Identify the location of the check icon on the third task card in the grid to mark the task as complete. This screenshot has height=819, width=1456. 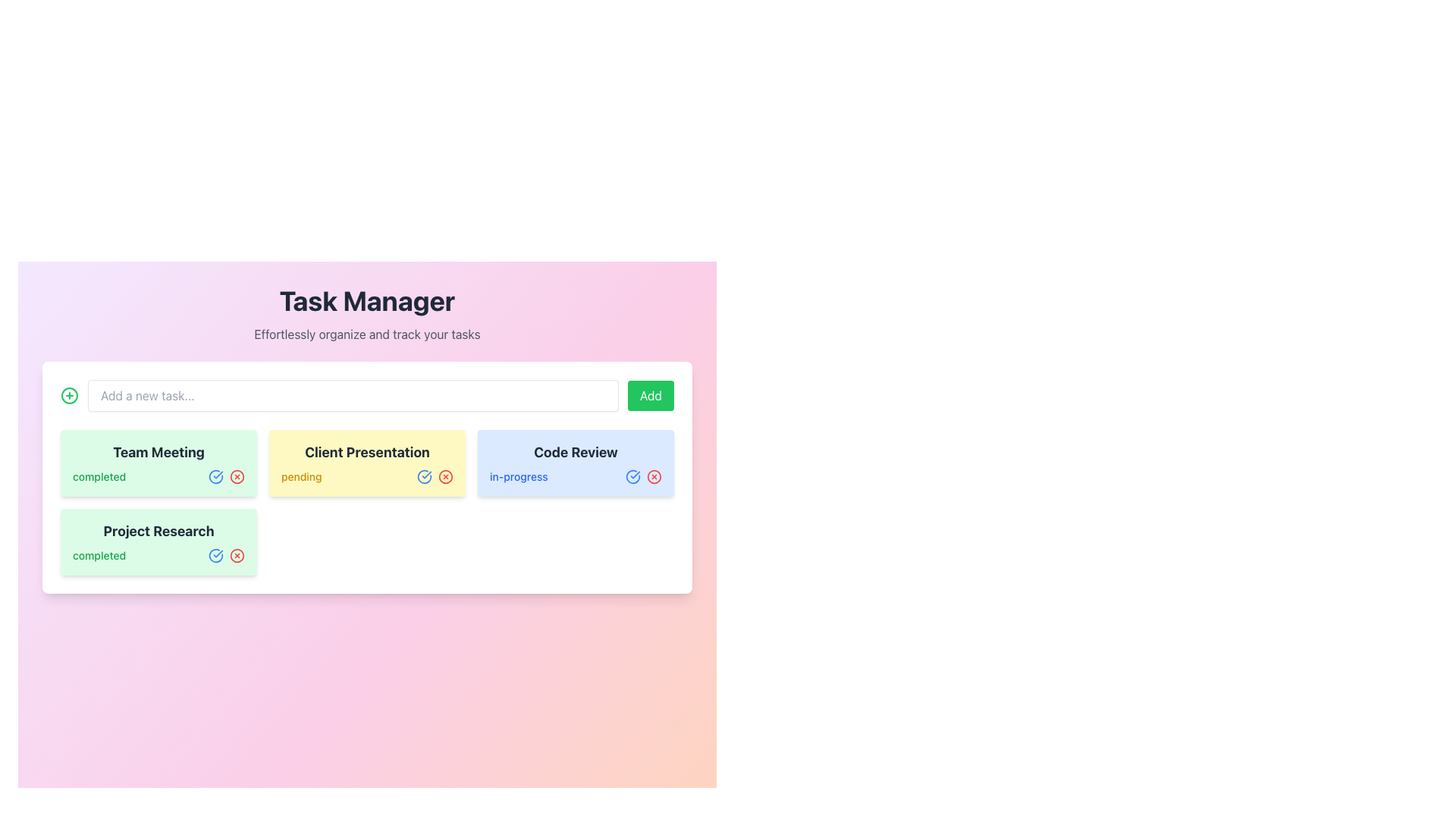
(575, 462).